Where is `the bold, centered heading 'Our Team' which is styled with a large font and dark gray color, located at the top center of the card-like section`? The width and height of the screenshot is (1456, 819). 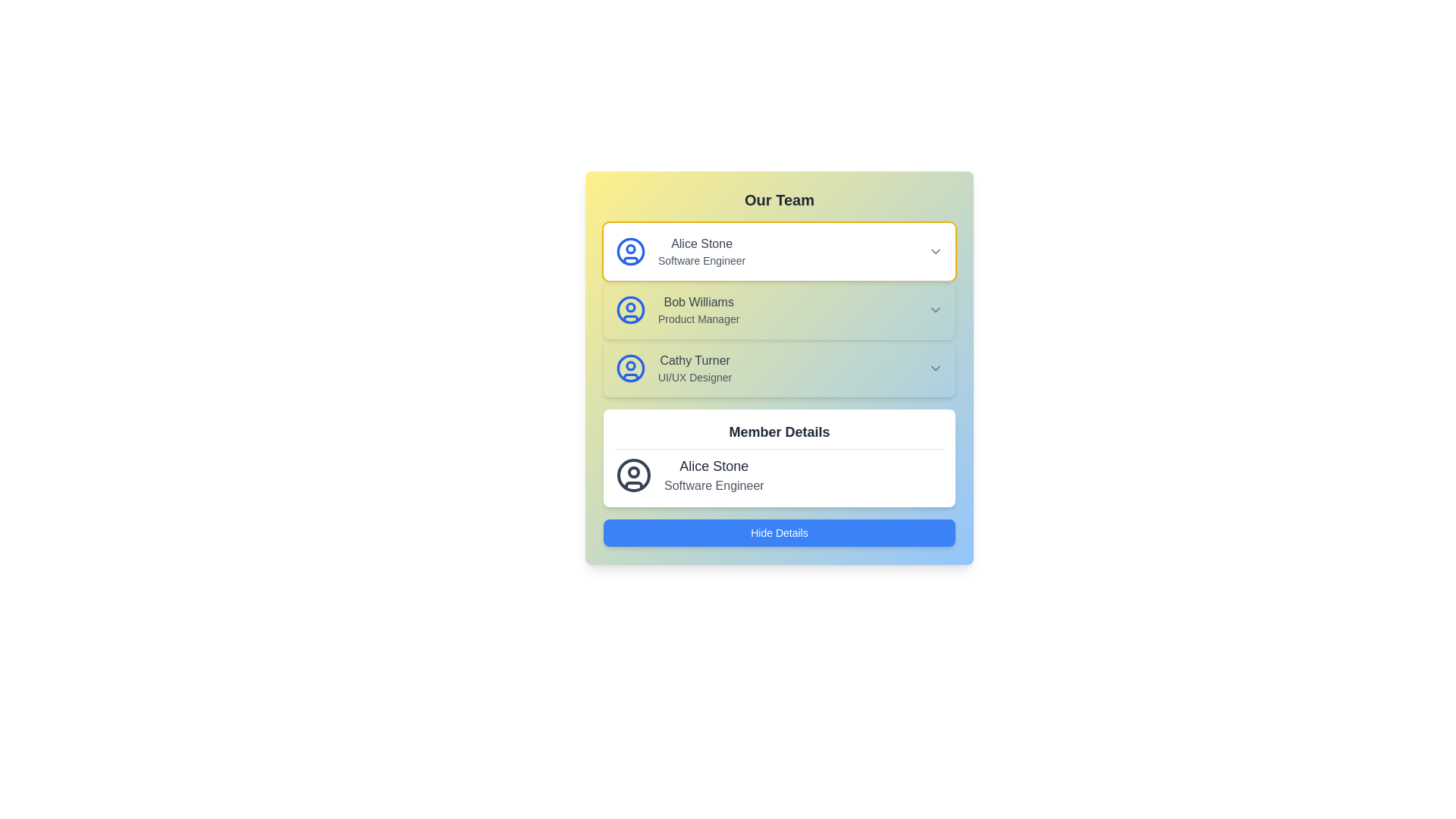
the bold, centered heading 'Our Team' which is styled with a large font and dark gray color, located at the top center of the card-like section is located at coordinates (779, 199).